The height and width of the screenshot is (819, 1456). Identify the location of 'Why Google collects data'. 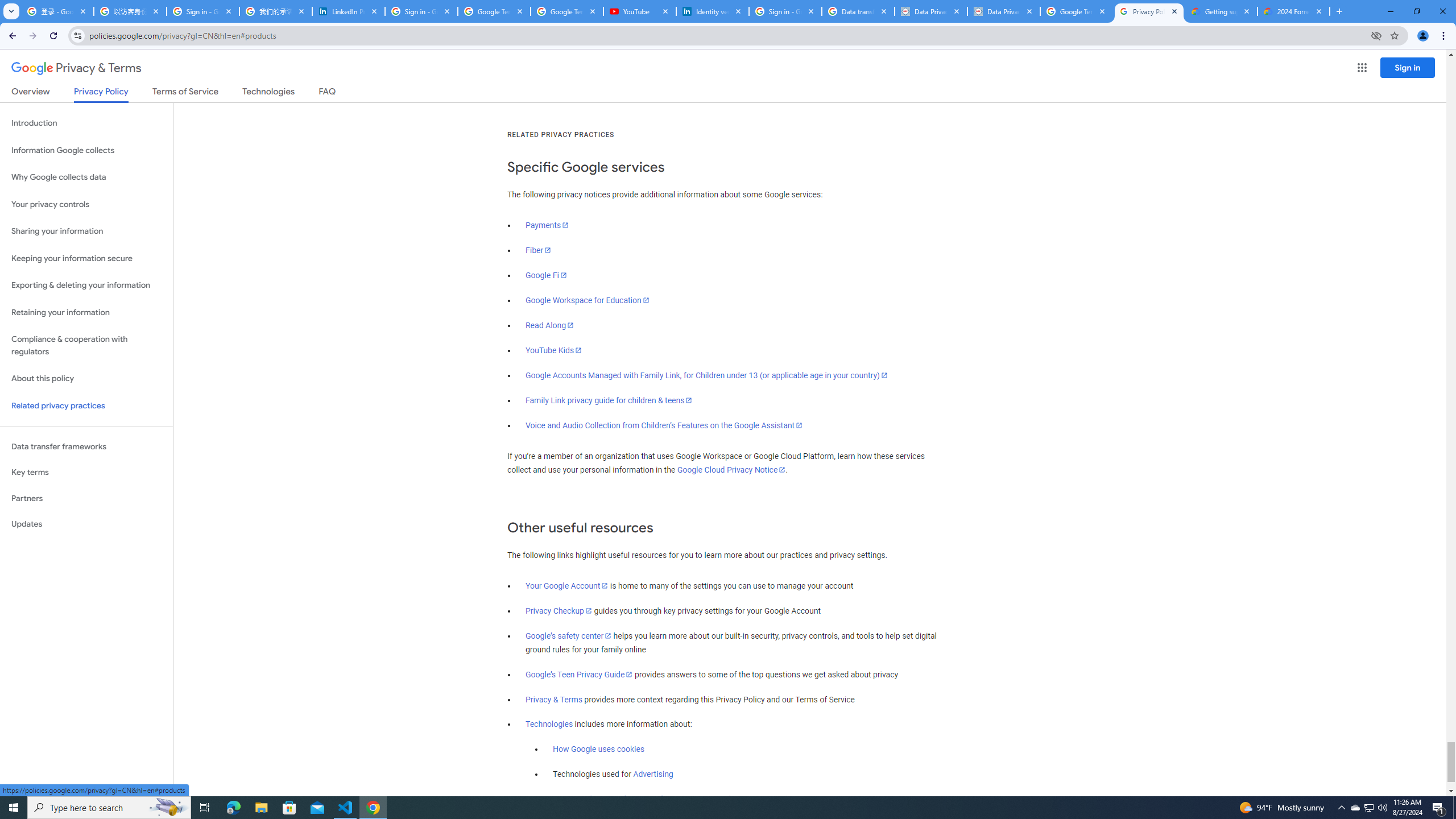
(86, 176).